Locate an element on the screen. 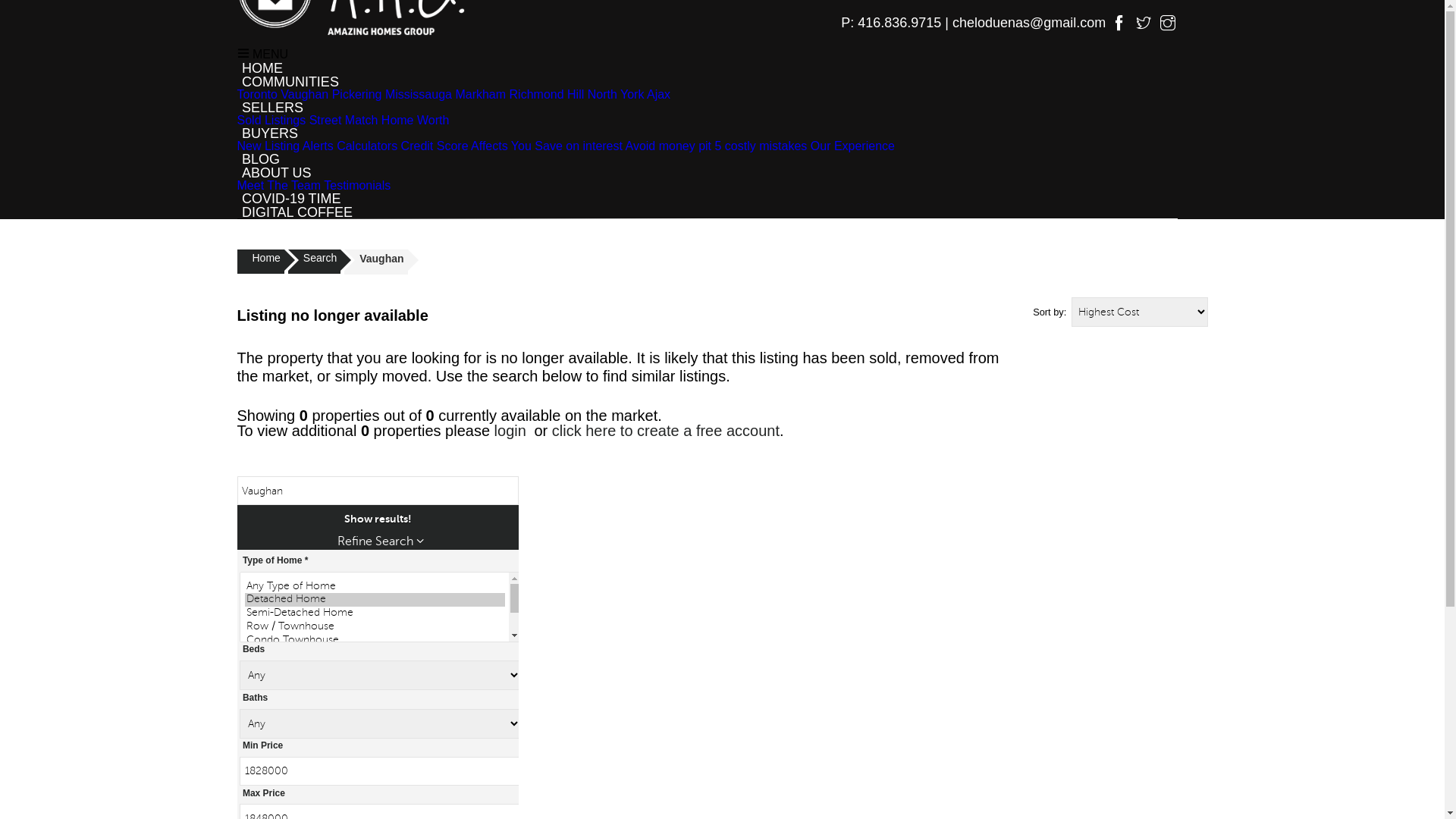  'Home Worth' is located at coordinates (415, 119).